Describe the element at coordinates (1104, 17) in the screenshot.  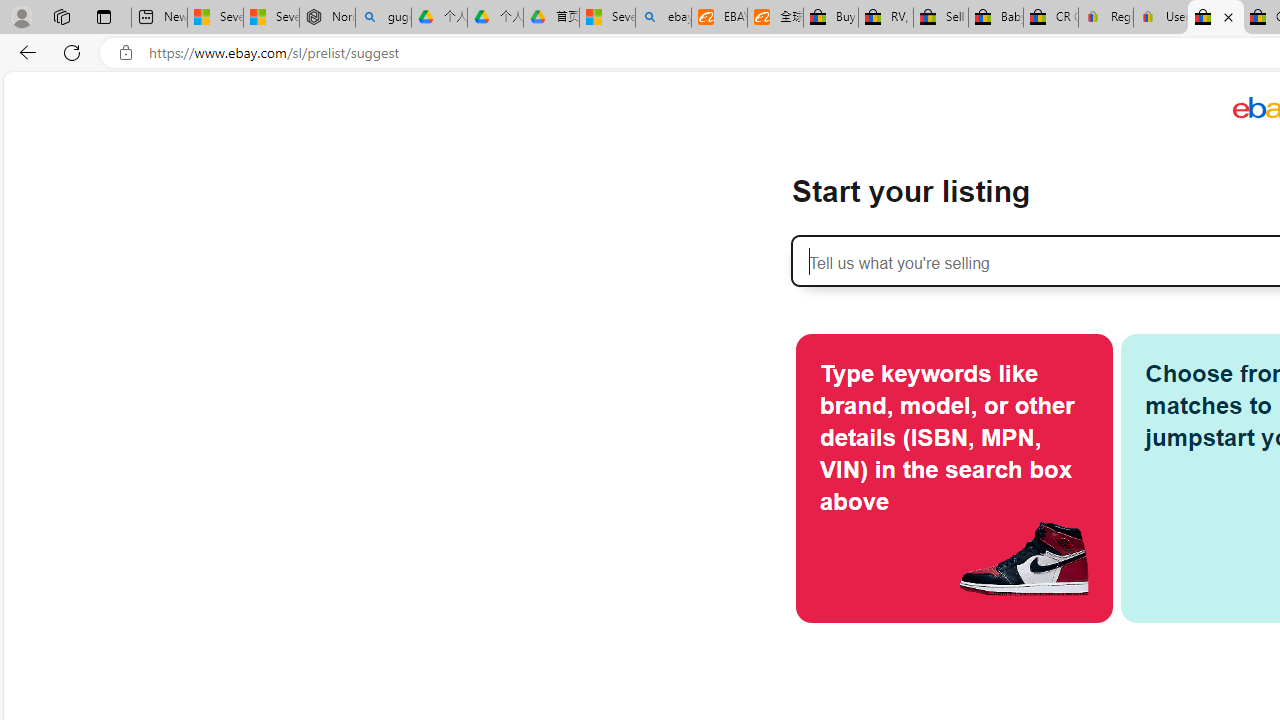
I see `'Register: Create a personal eBay account'` at that location.